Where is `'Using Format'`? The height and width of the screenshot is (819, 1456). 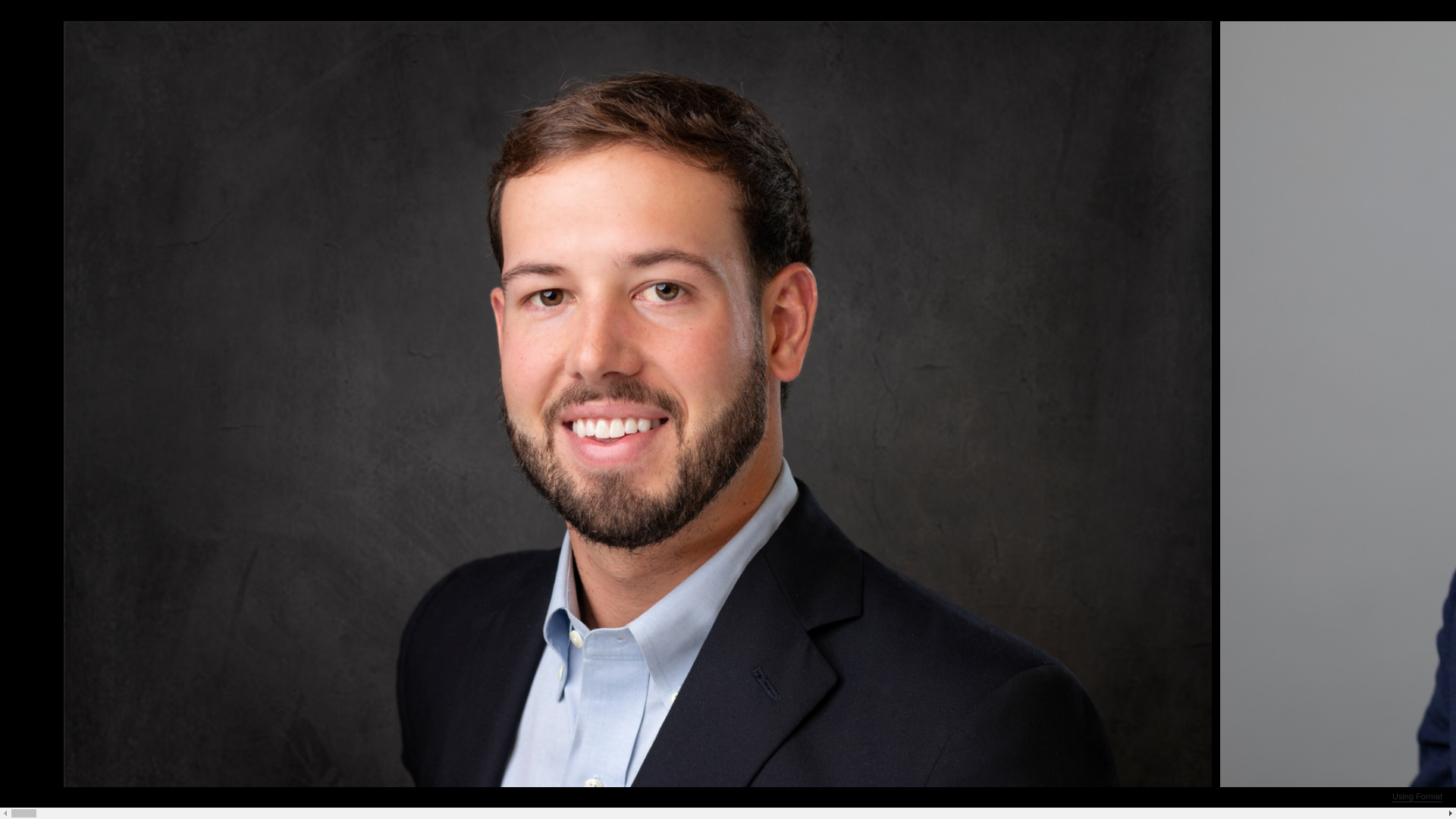
'Using Format' is located at coordinates (1416, 795).